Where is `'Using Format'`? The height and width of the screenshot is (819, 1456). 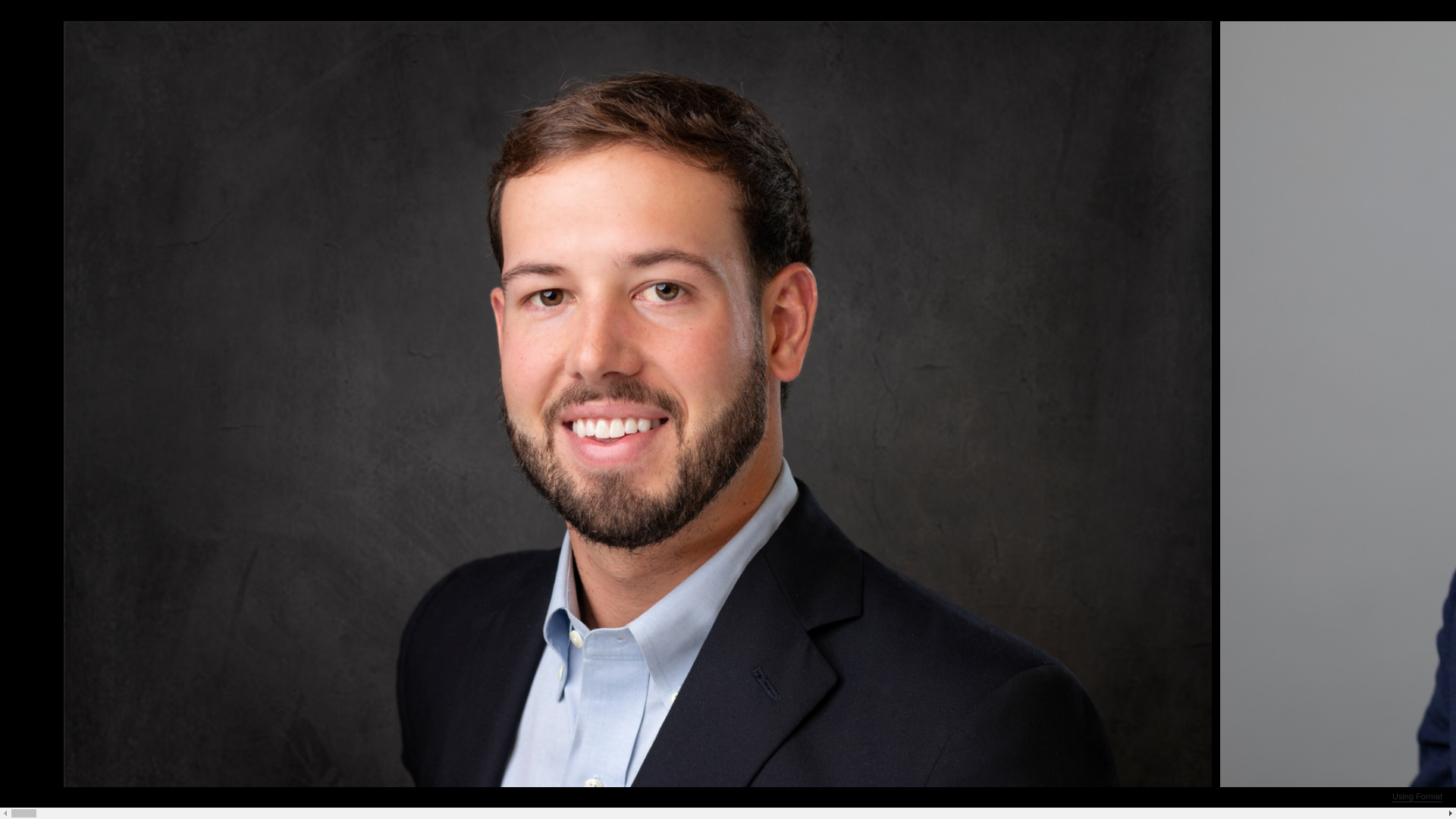
'Using Format' is located at coordinates (1416, 795).